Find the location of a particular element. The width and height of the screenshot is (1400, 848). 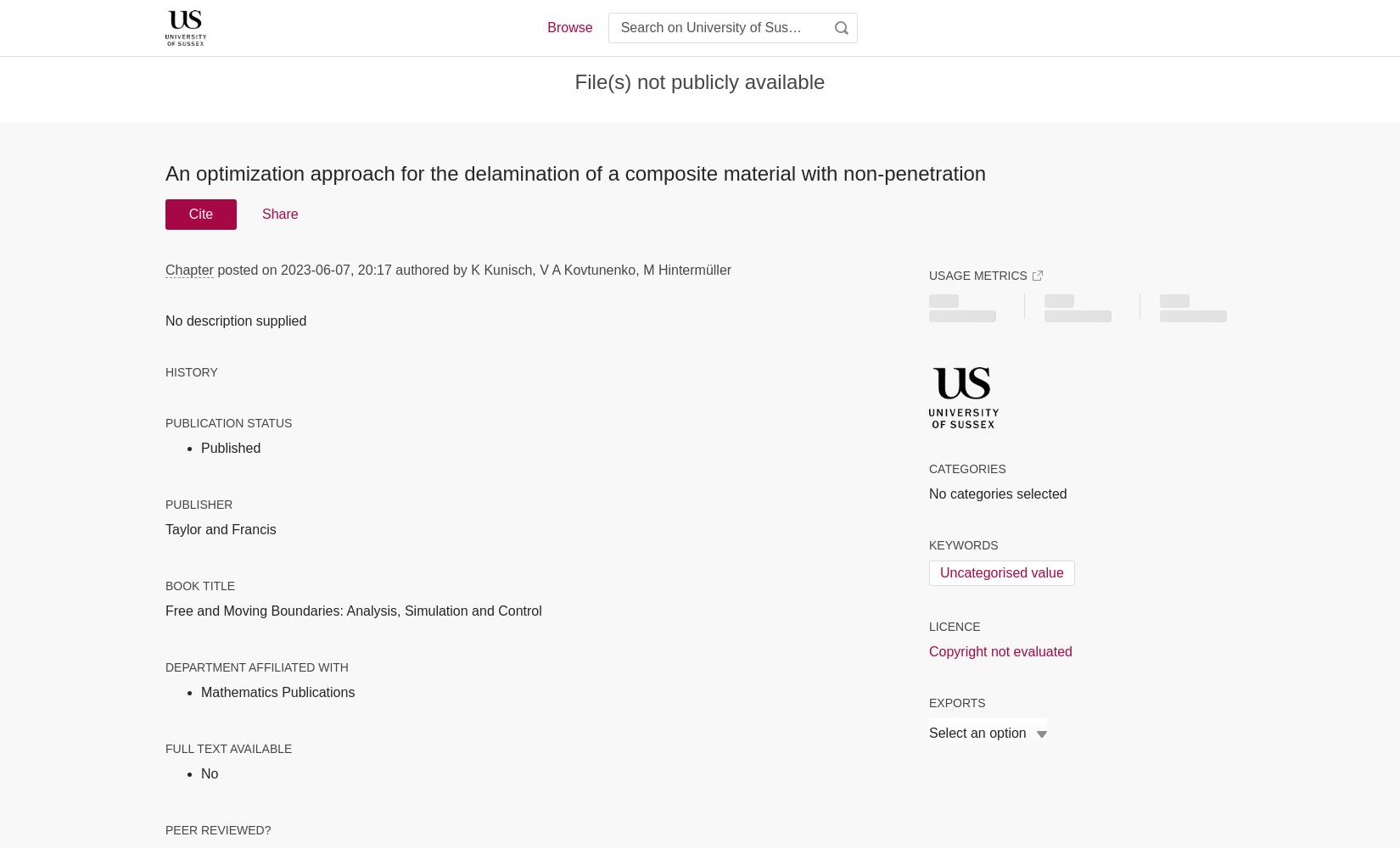

'BibTeX' is located at coordinates (966, 778).